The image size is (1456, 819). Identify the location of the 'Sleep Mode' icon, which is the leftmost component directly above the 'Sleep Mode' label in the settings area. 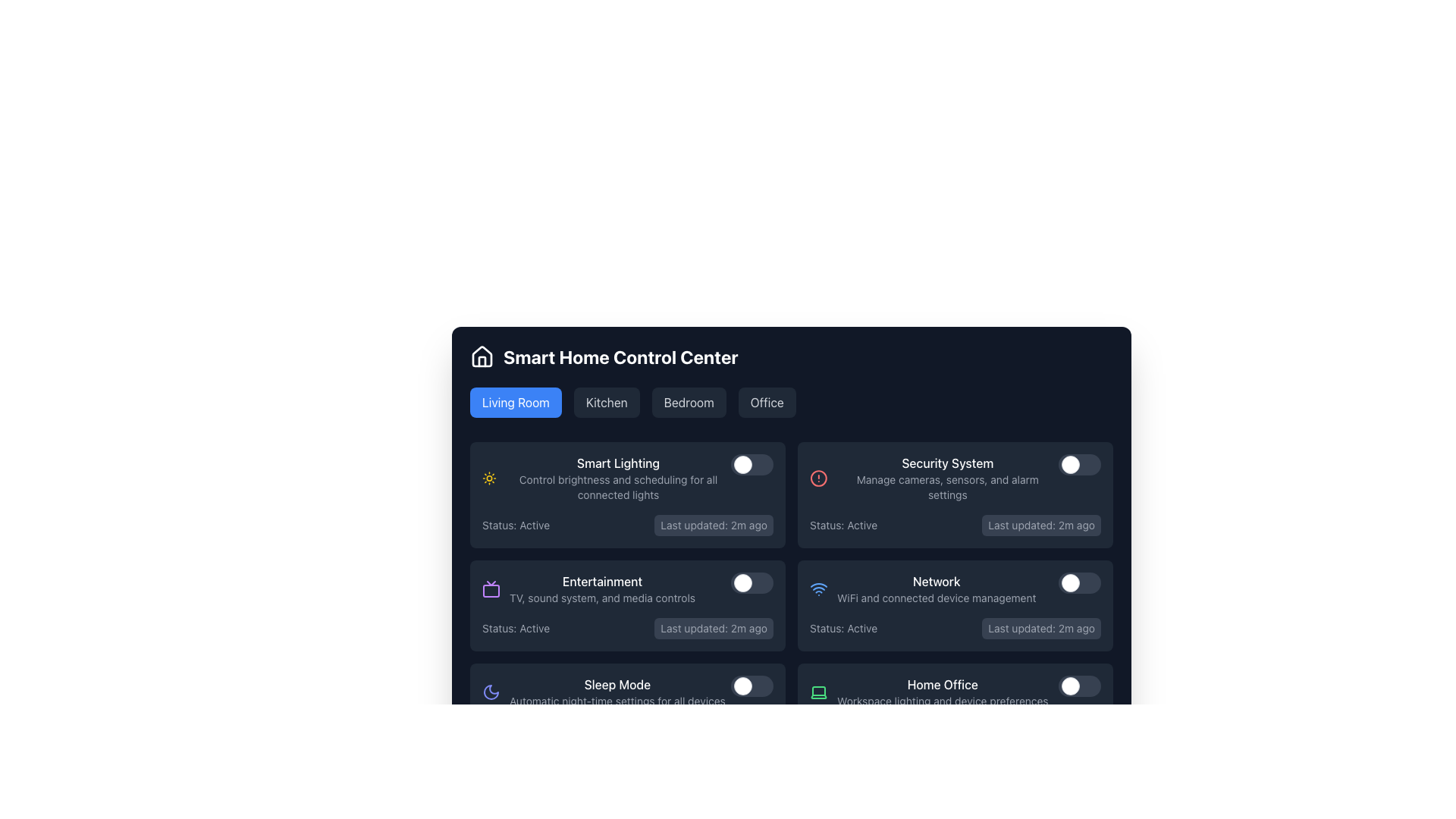
(491, 692).